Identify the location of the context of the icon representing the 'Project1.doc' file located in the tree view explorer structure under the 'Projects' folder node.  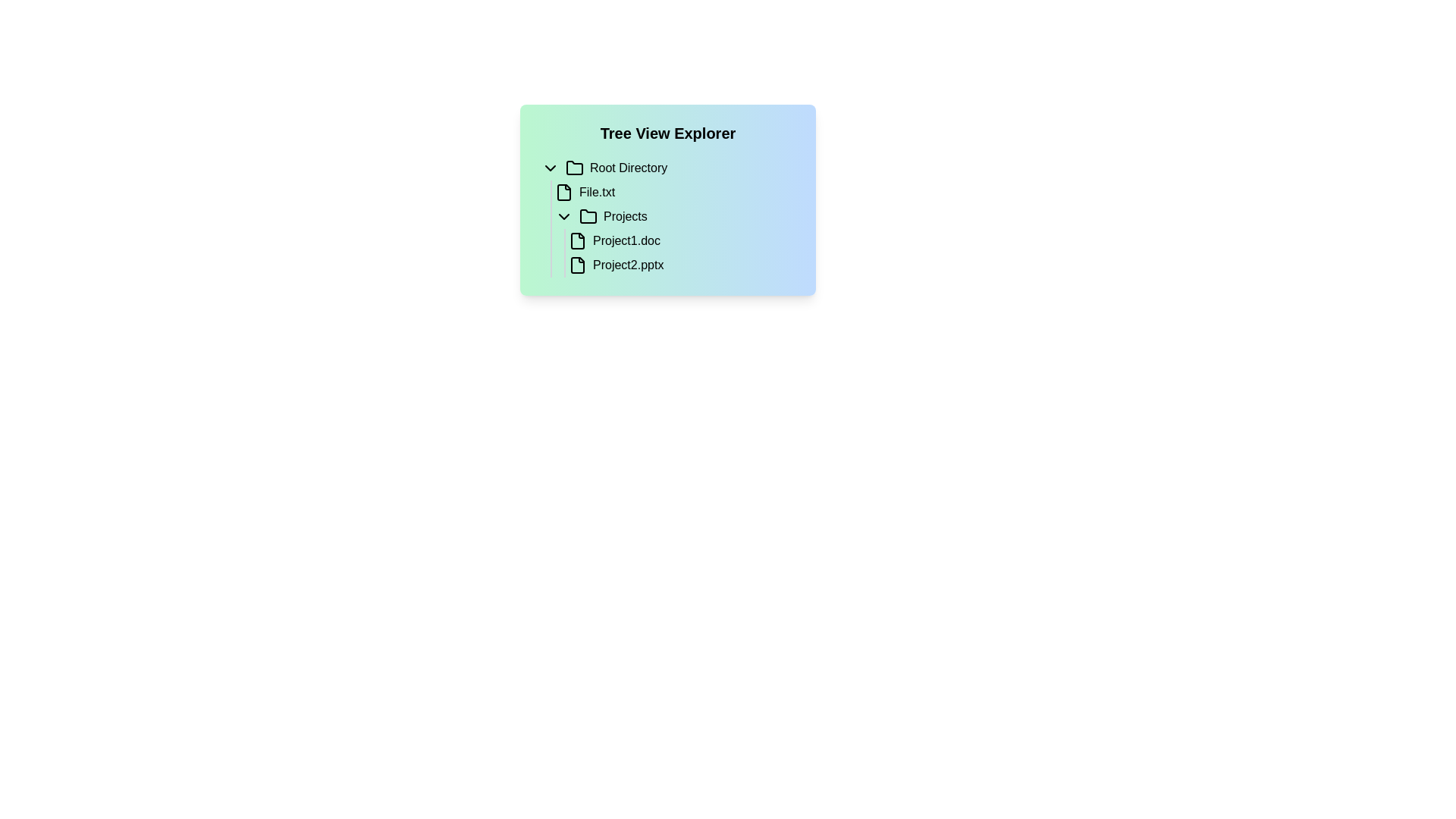
(577, 240).